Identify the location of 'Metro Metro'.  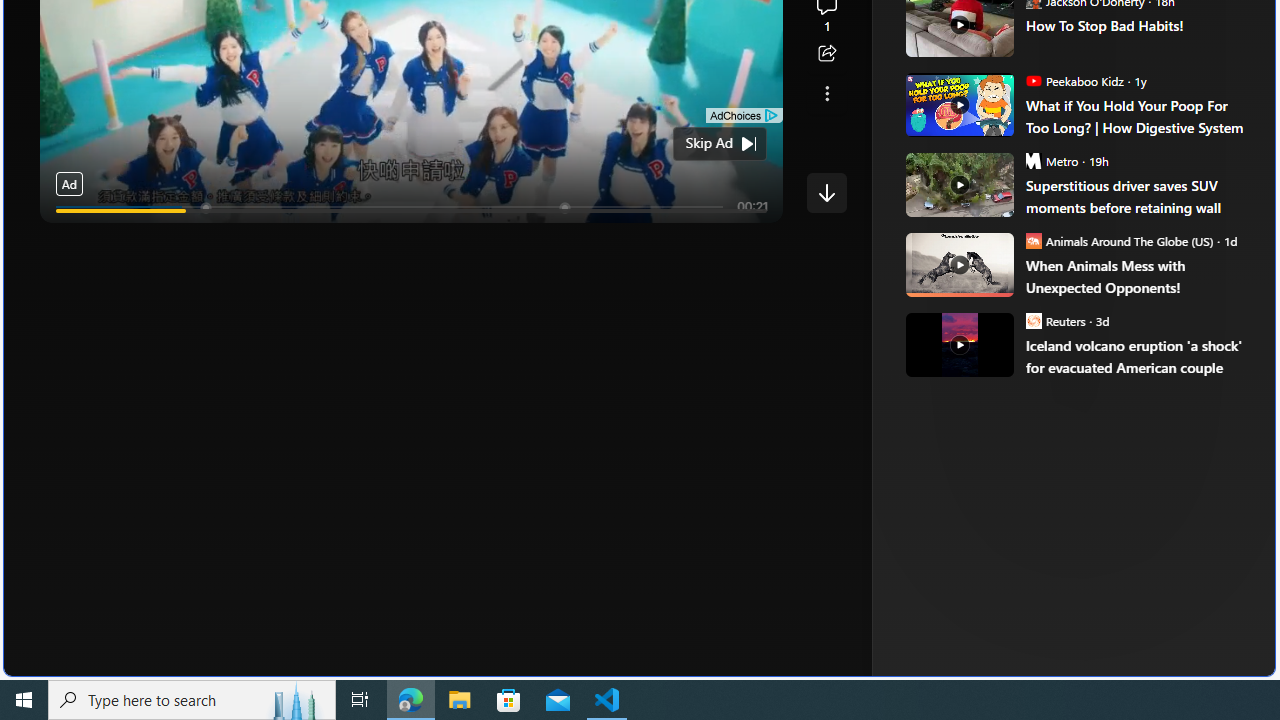
(1051, 159).